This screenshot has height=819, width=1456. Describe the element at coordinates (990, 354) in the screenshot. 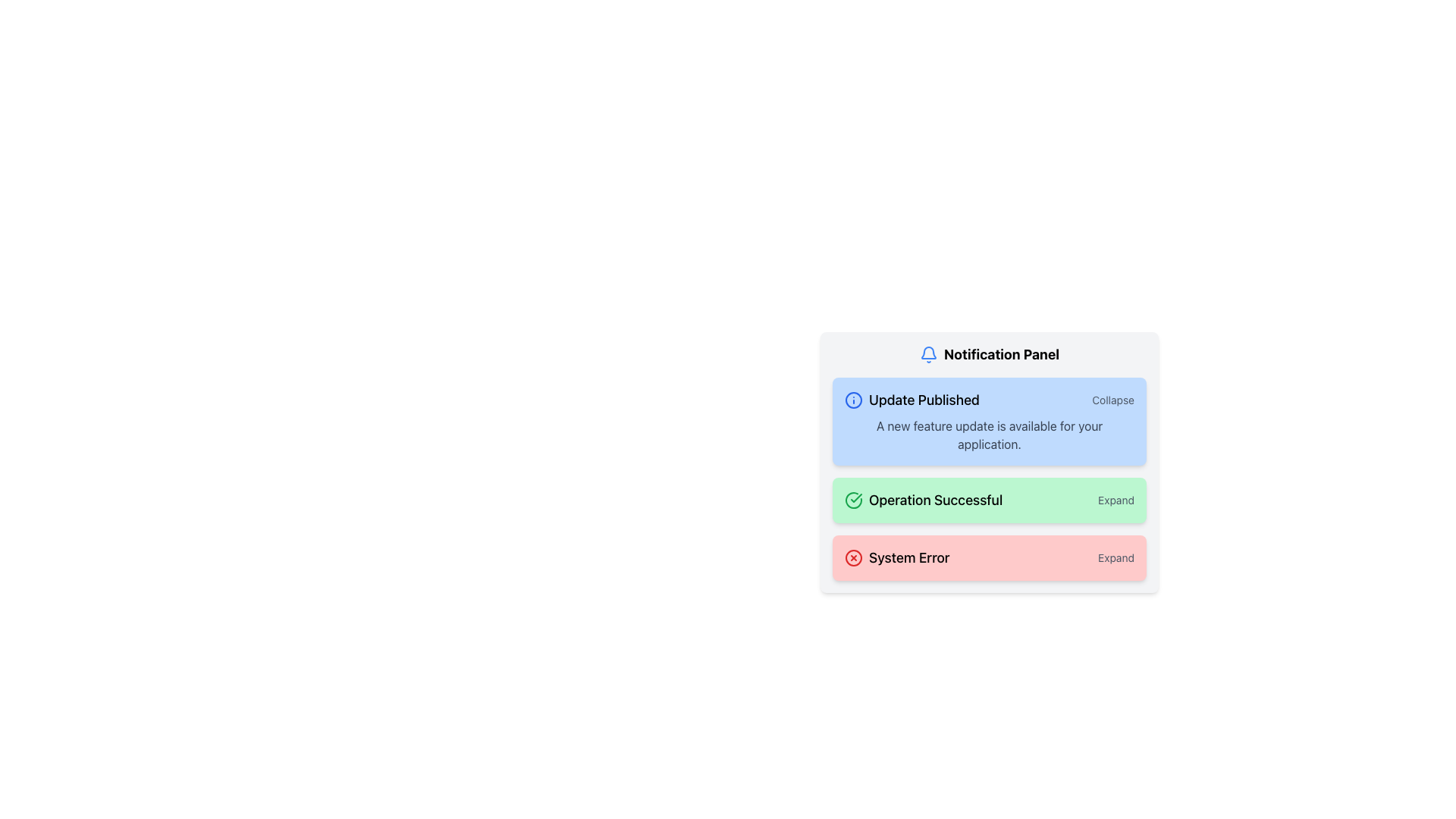

I see `the text label that serves as the header for the notification panel, indicating the section's function or content` at that location.